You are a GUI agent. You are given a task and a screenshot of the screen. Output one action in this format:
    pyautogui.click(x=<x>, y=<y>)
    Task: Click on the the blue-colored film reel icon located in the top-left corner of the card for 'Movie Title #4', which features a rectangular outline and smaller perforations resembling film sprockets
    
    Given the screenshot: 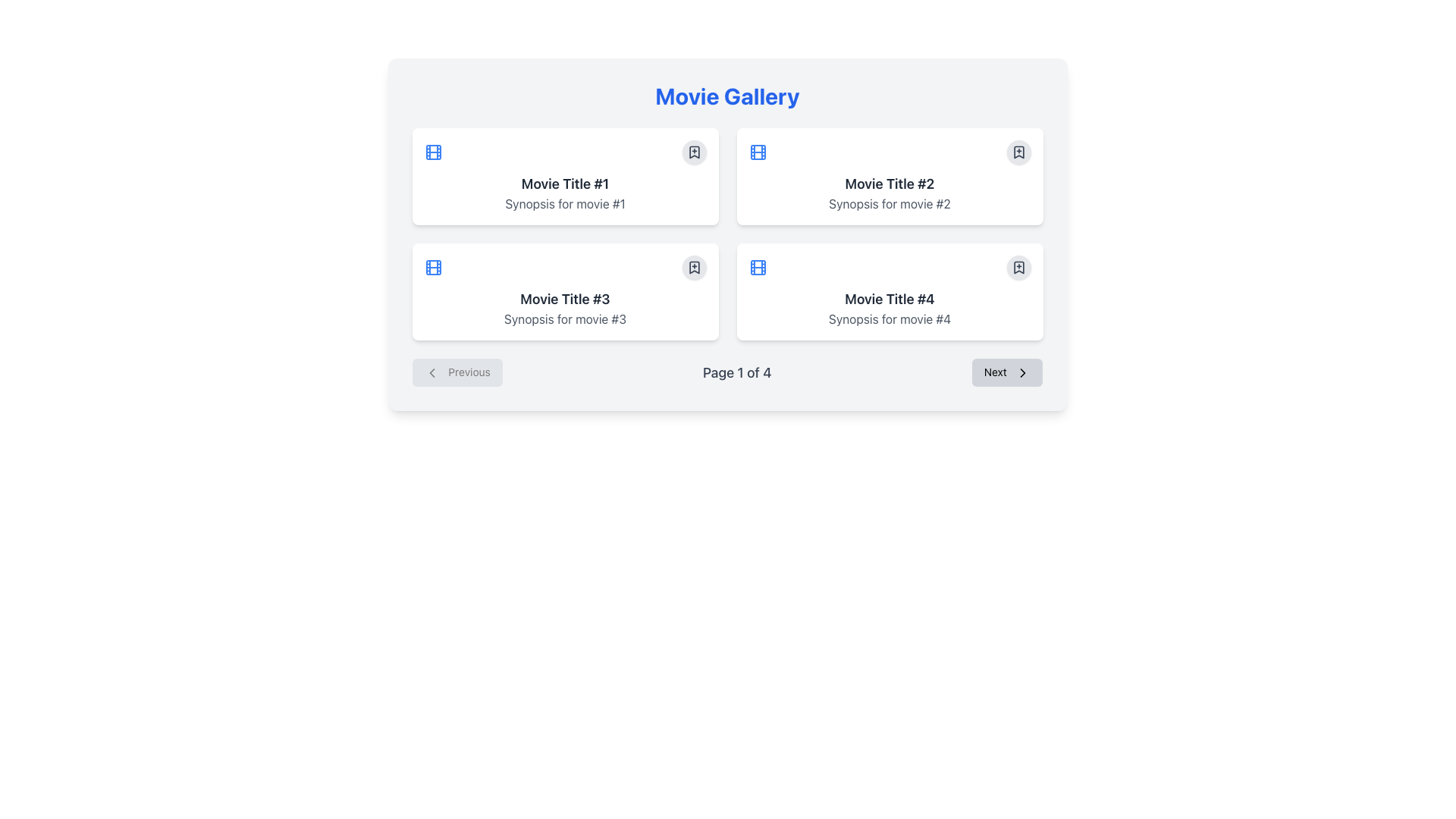 What is the action you would take?
    pyautogui.click(x=758, y=267)
    